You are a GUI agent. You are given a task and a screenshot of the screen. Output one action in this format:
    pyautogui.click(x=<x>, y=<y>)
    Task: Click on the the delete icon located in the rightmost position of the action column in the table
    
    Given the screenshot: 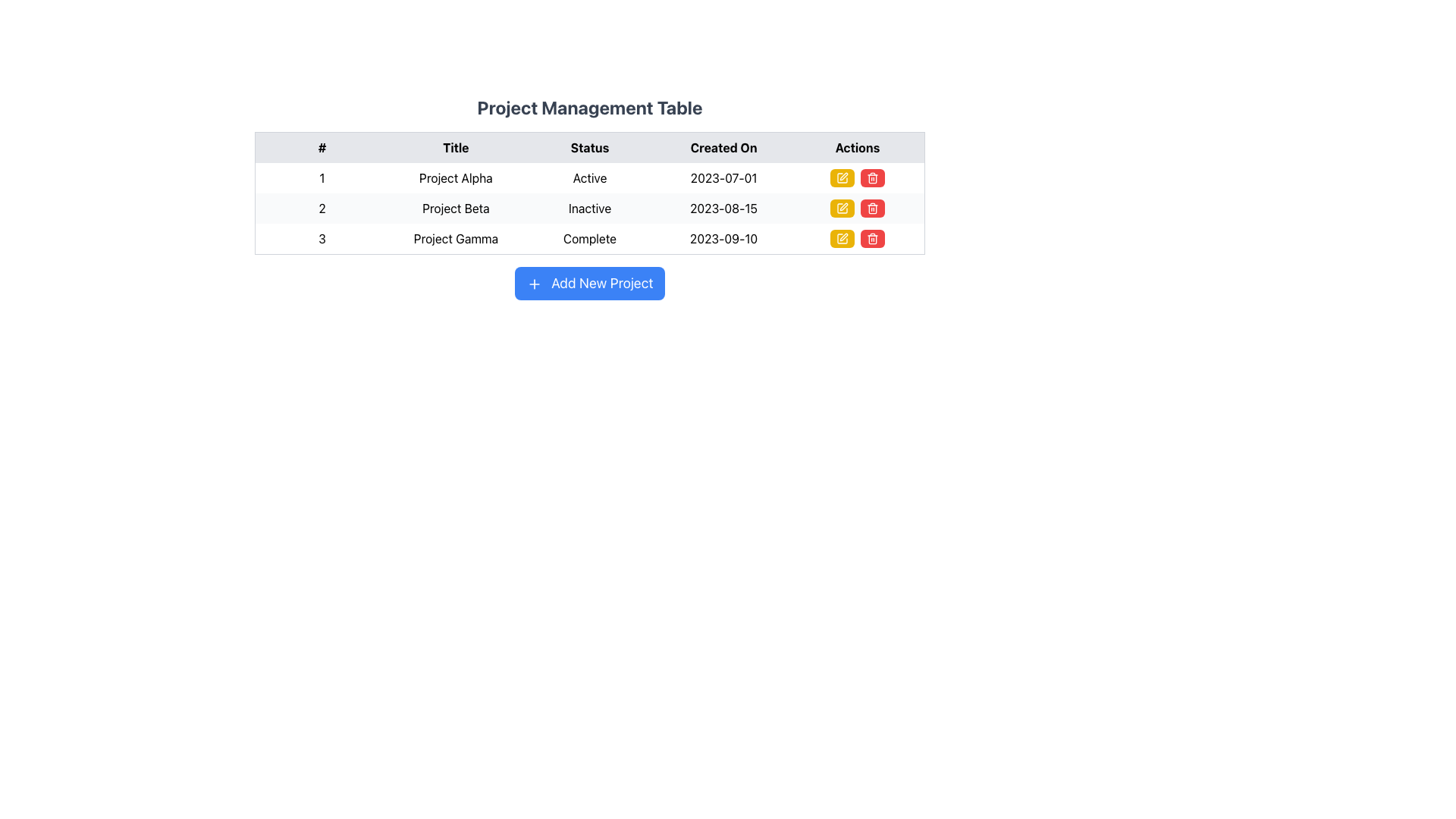 What is the action you would take?
    pyautogui.click(x=872, y=239)
    